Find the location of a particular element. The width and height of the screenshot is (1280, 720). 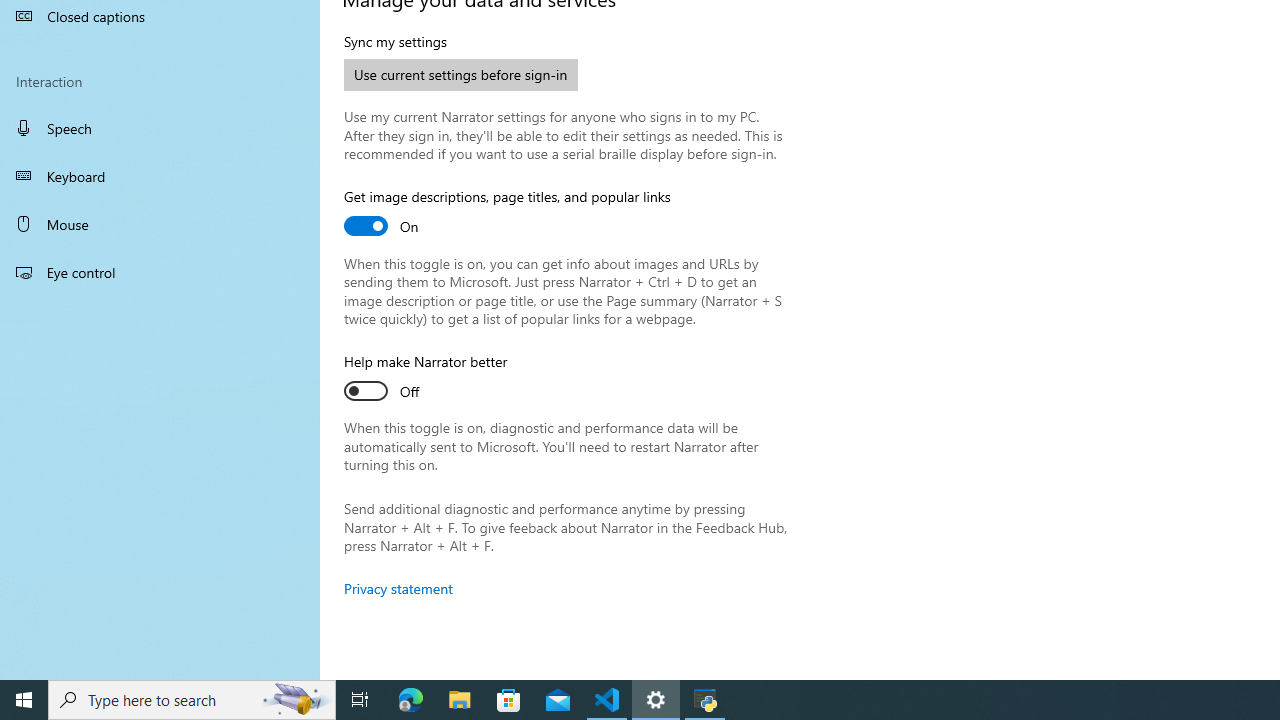

'Speech' is located at coordinates (160, 127).